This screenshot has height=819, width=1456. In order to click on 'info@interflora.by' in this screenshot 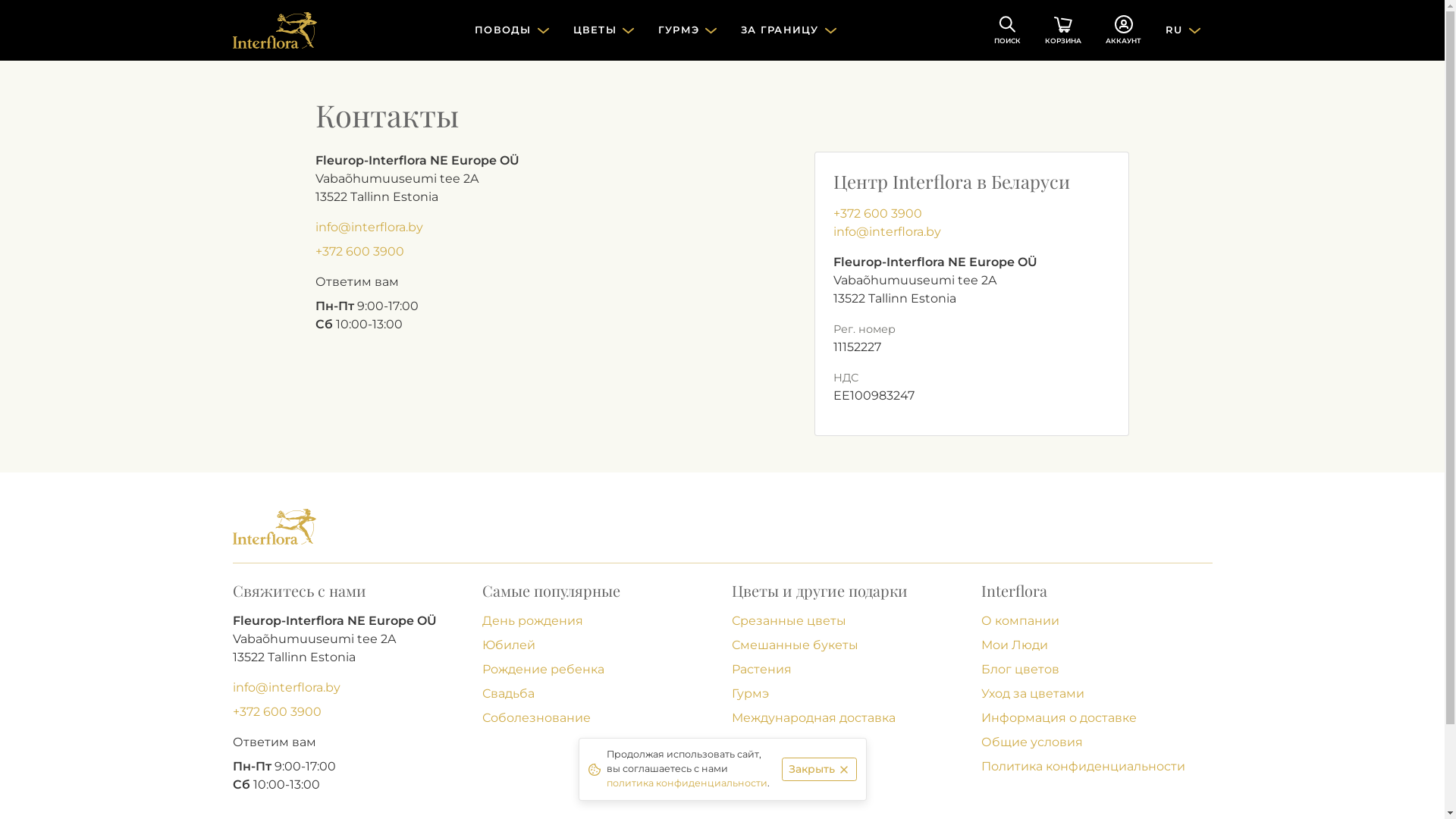, I will do `click(315, 227)`.